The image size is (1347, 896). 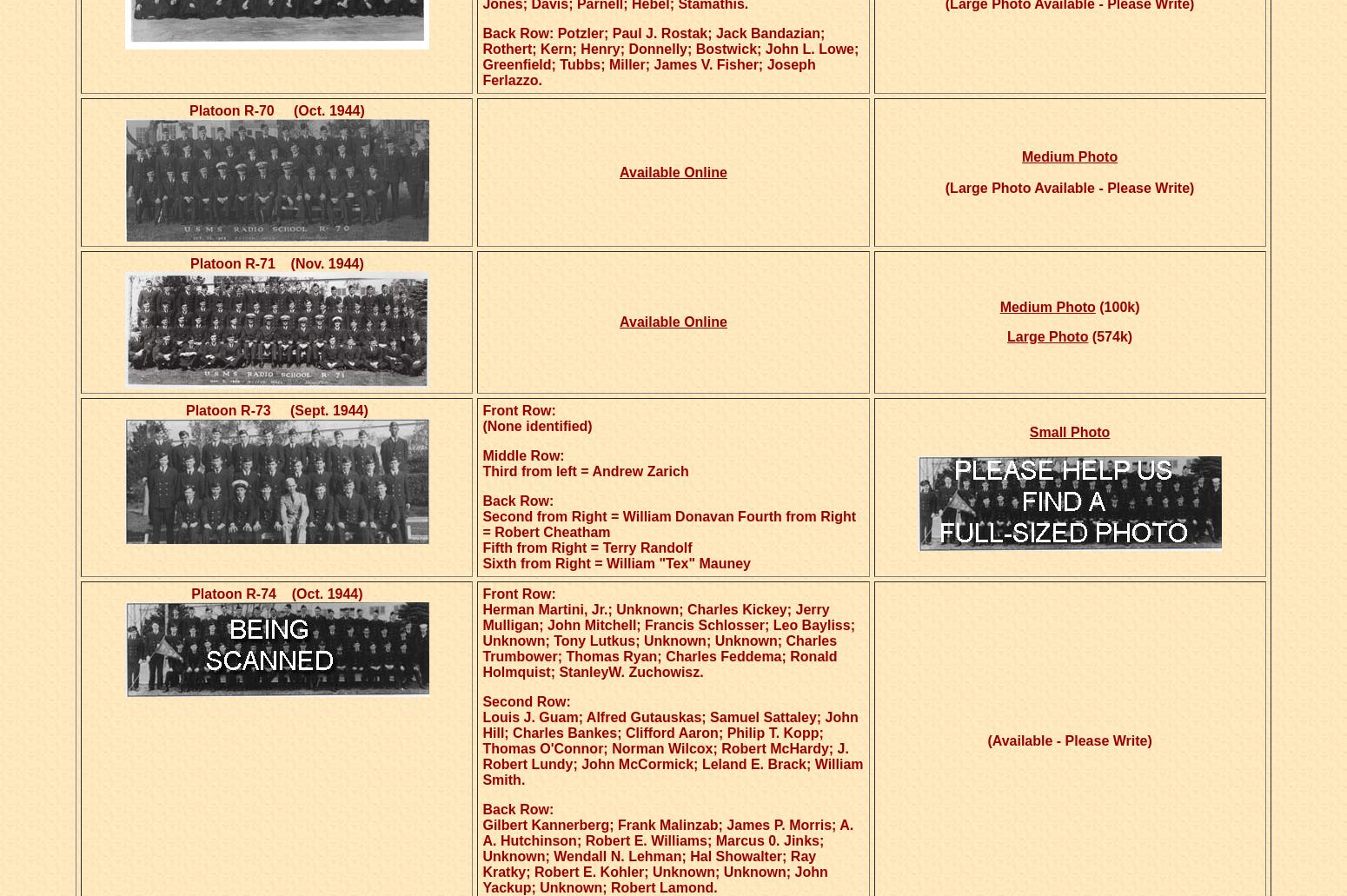 What do you see at coordinates (669, 523) in the screenshot?
I see `'Second from Right = William Donavan	Fourth from Right = Robert Cheatham'` at bounding box center [669, 523].